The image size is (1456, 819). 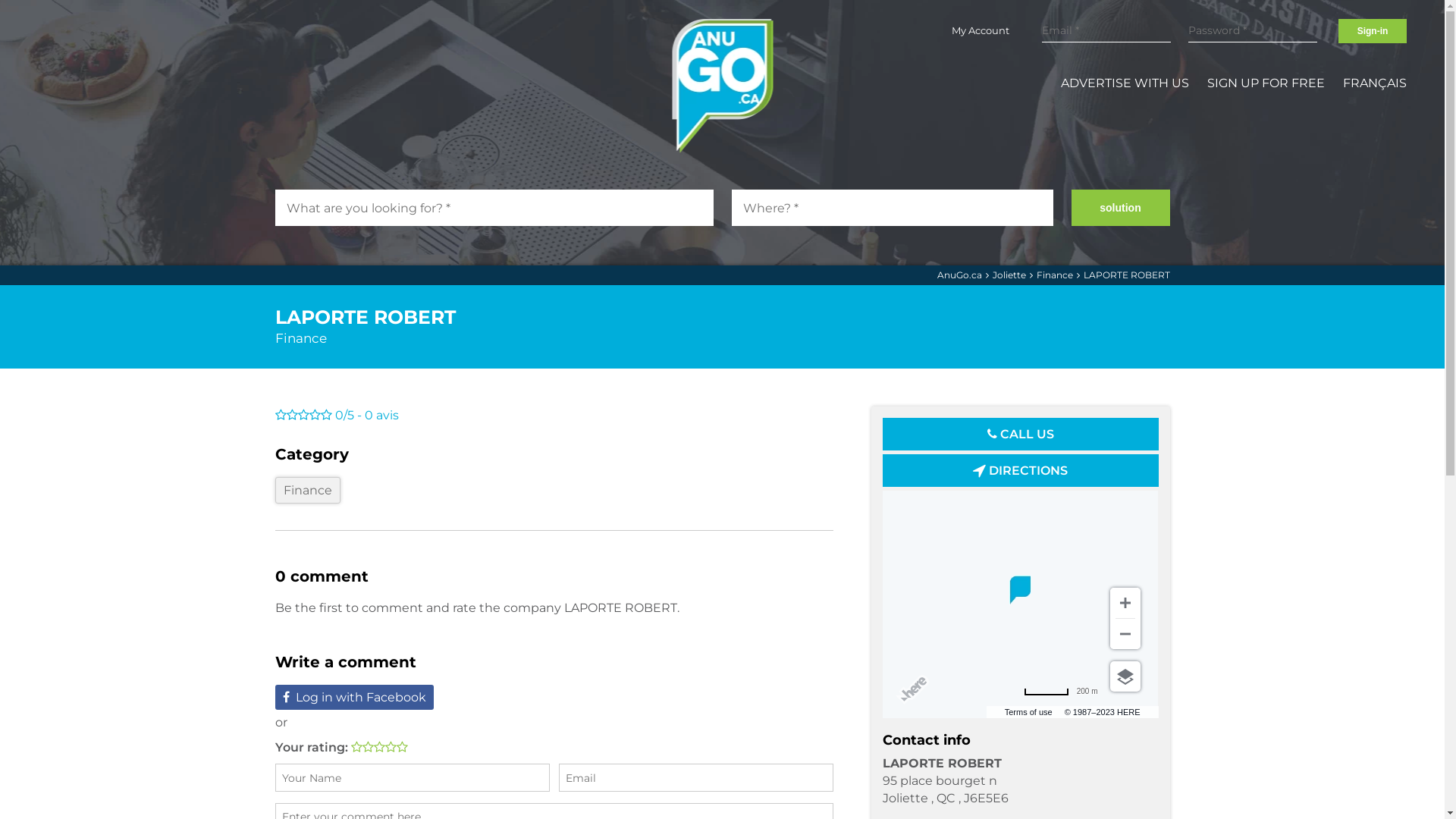 What do you see at coordinates (959, 275) in the screenshot?
I see `'AnuGo.ca'` at bounding box center [959, 275].